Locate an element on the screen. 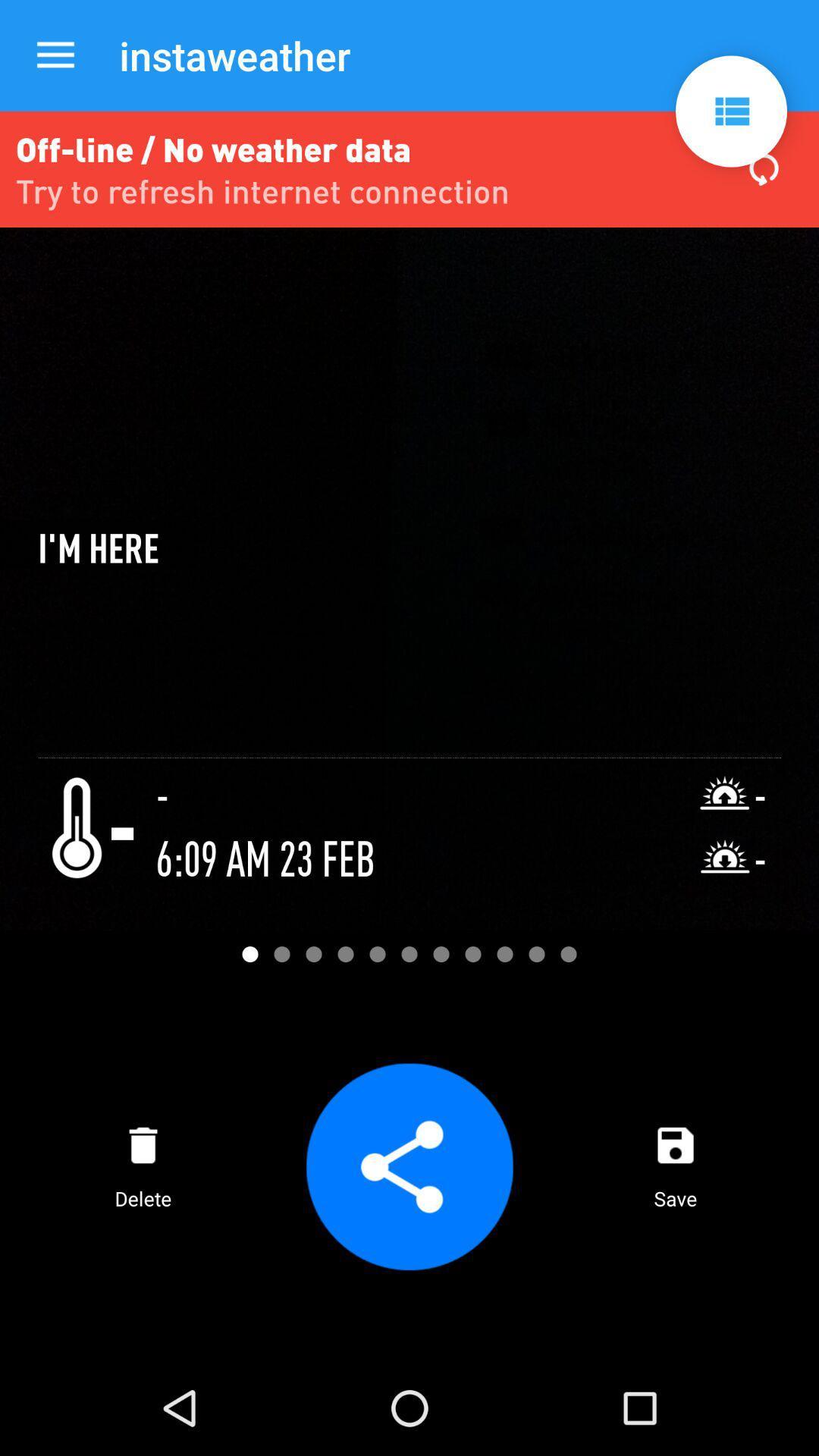  the save is located at coordinates (675, 1166).